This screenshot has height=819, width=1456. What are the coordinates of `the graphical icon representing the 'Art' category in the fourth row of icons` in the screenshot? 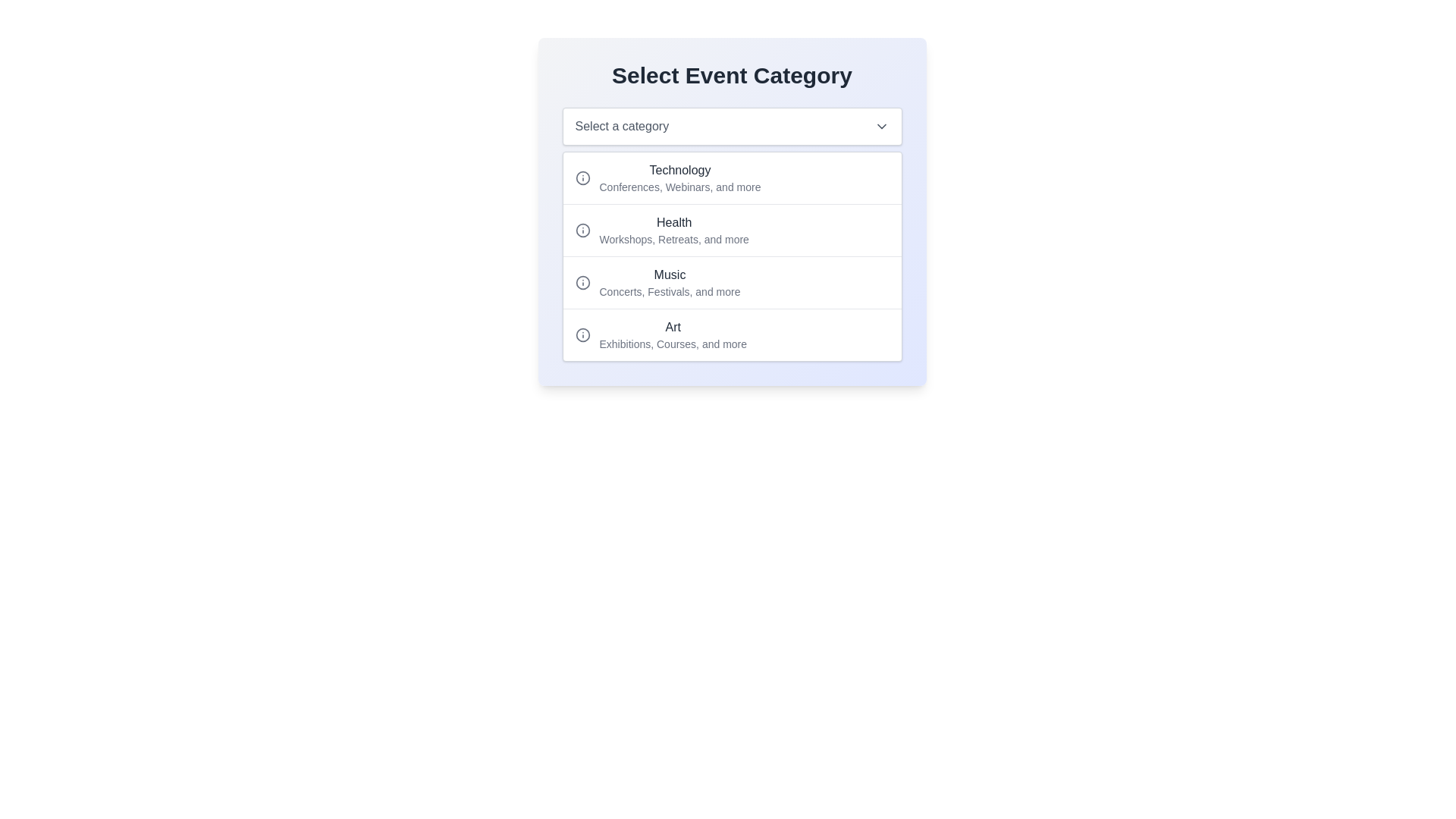 It's located at (582, 334).